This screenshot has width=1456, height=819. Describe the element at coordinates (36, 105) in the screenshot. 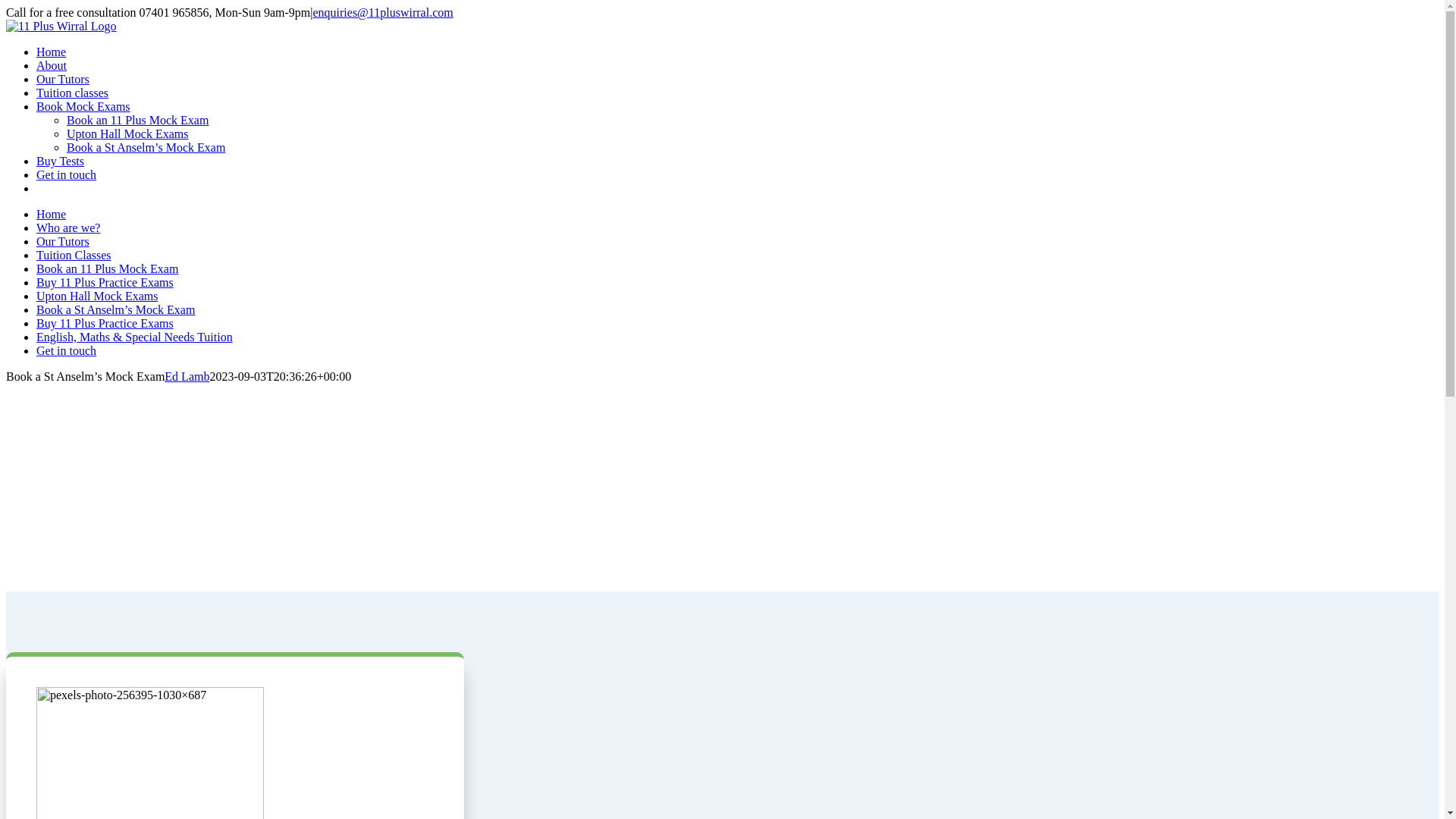

I see `'Book Mock Exams'` at that location.